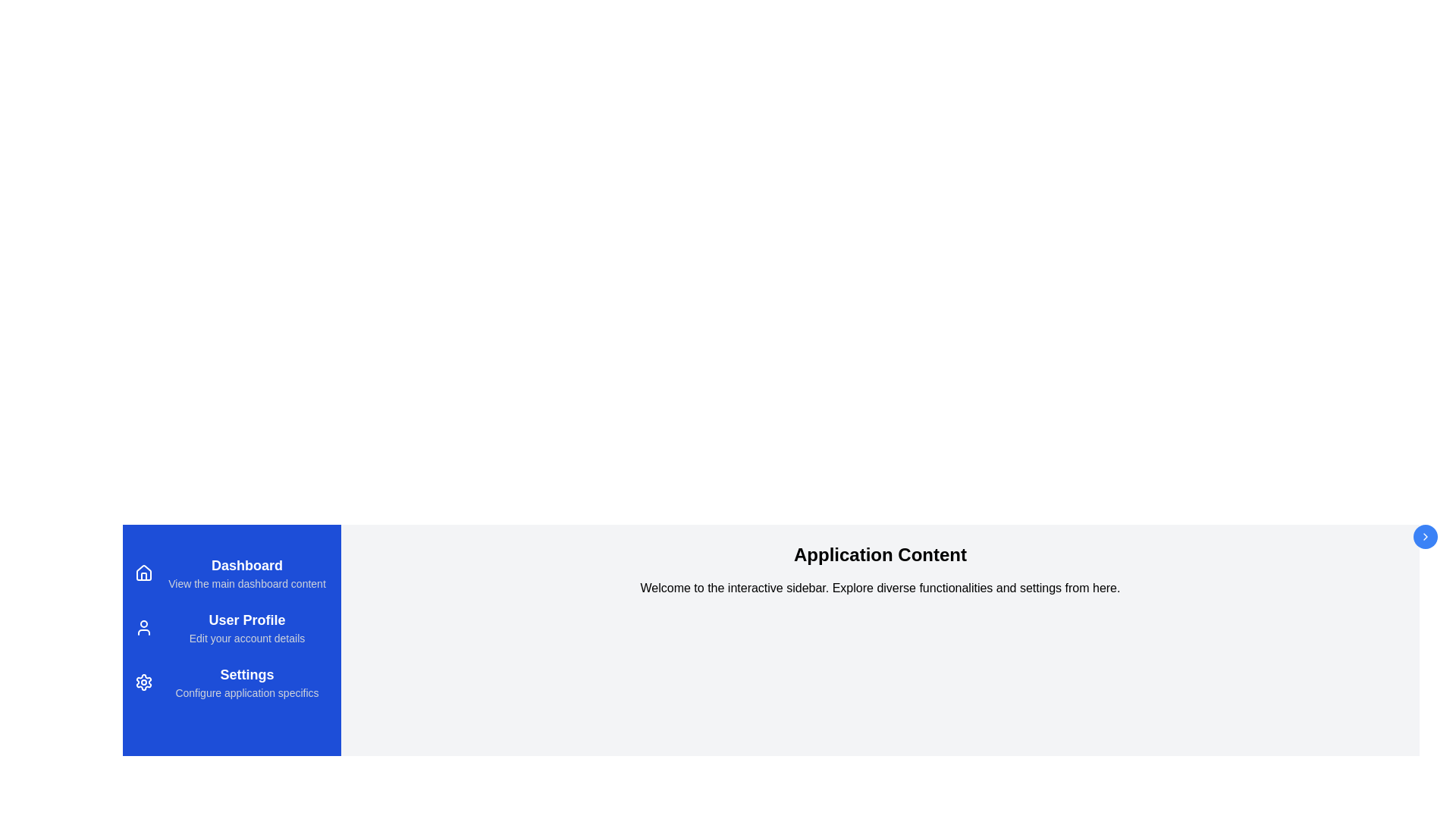  What do you see at coordinates (231, 681) in the screenshot?
I see `the menu item to navigate to Settings` at bounding box center [231, 681].